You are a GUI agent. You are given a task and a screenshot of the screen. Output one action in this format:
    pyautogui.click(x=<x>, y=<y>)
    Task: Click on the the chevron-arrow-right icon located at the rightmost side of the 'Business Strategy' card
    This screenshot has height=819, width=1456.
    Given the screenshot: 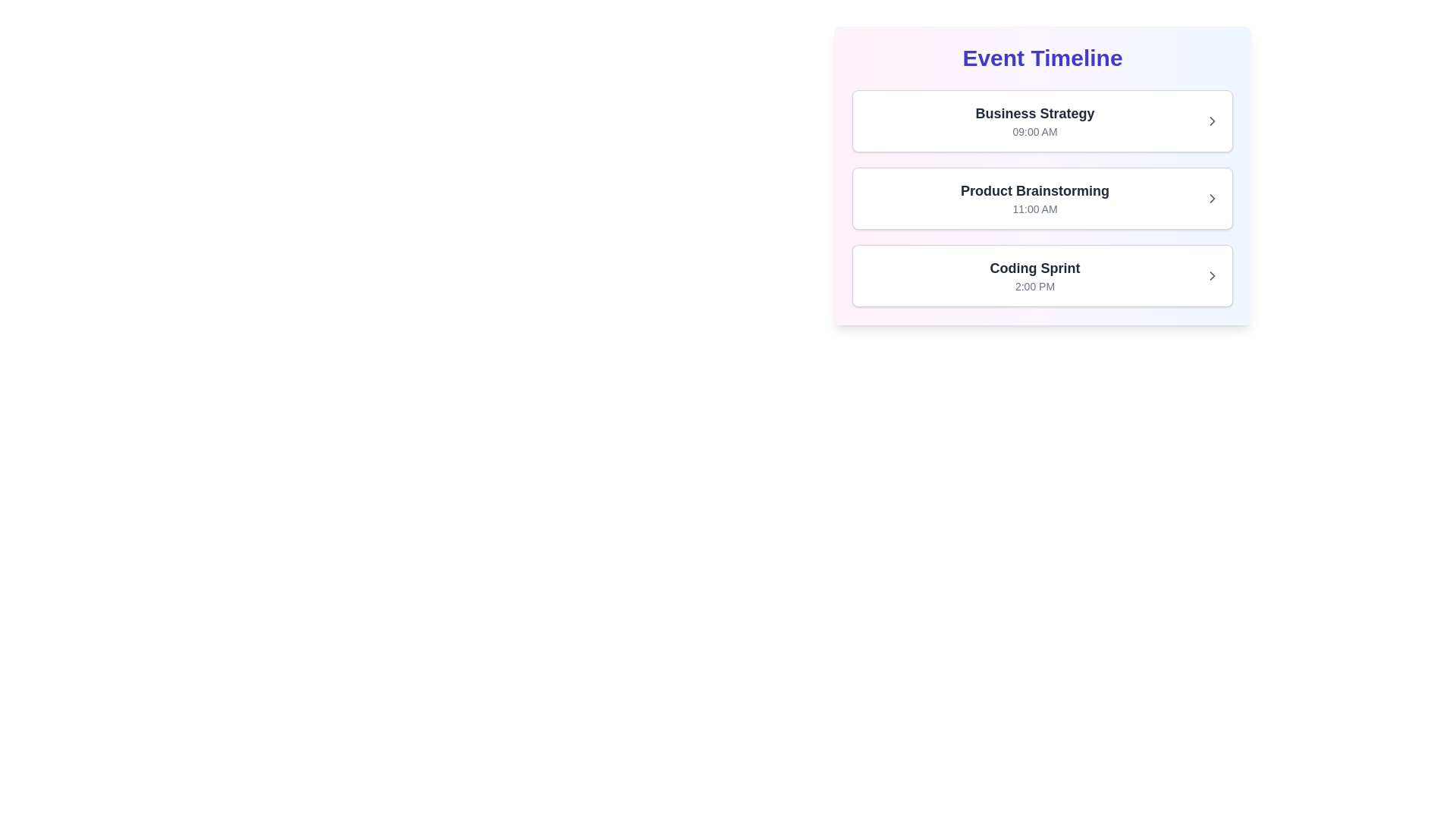 What is the action you would take?
    pyautogui.click(x=1211, y=120)
    